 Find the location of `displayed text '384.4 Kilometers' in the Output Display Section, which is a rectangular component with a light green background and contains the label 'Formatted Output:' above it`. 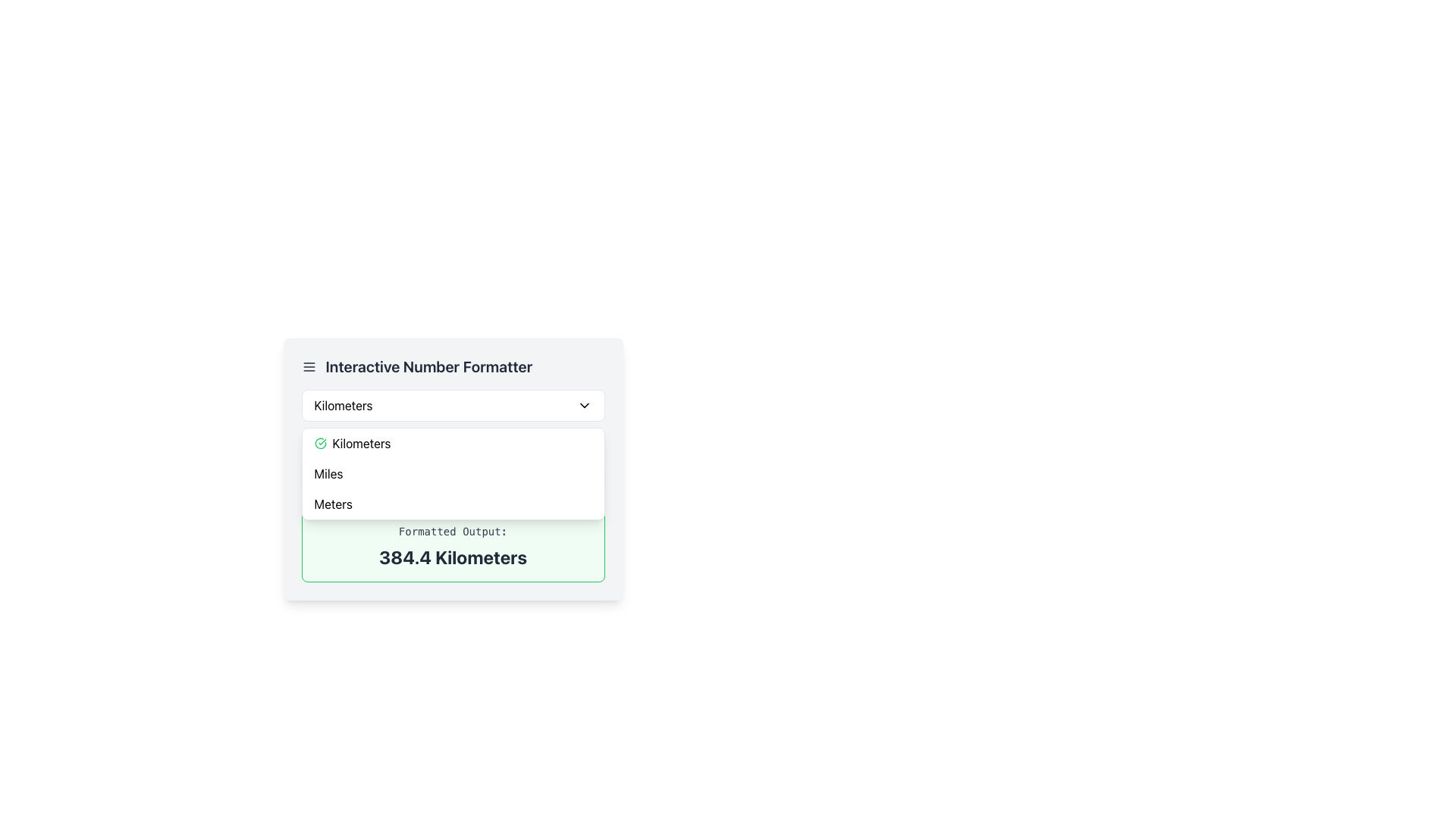

displayed text '384.4 Kilometers' in the Output Display Section, which is a rectangular component with a light green background and contains the label 'Formatted Output:' above it is located at coordinates (452, 547).